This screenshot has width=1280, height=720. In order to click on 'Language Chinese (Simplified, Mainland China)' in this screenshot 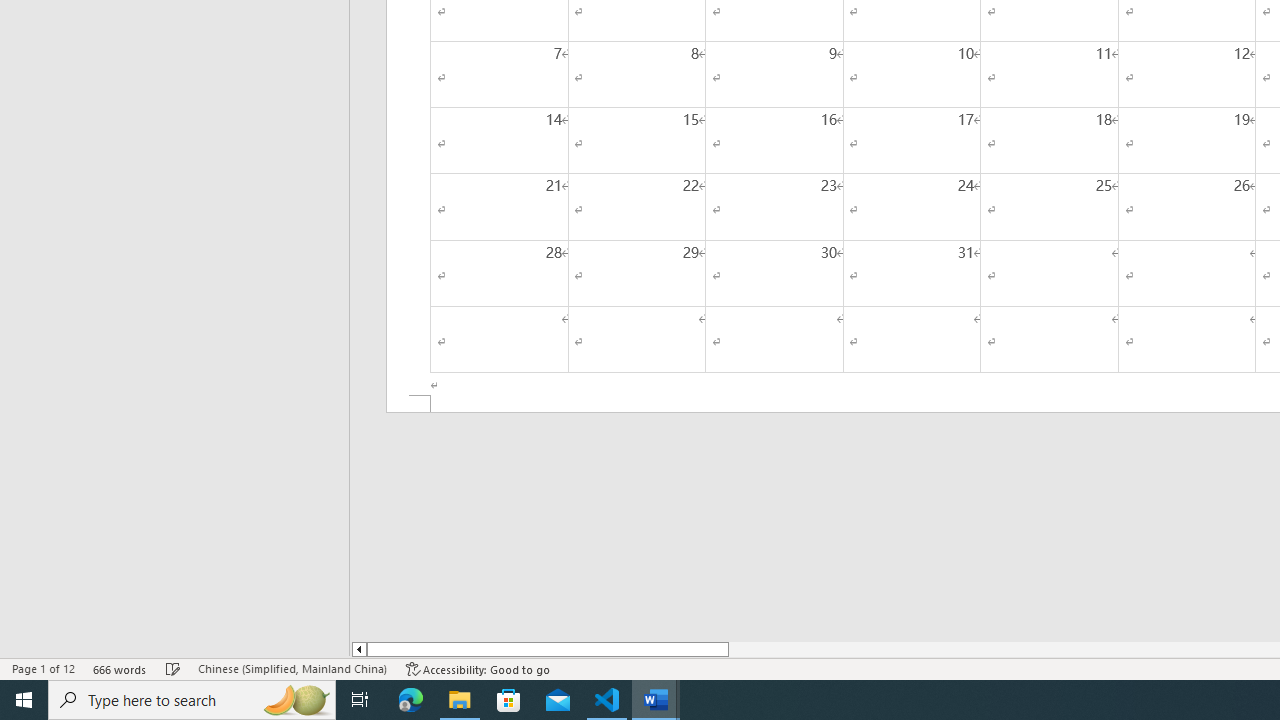, I will do `click(291, 669)`.